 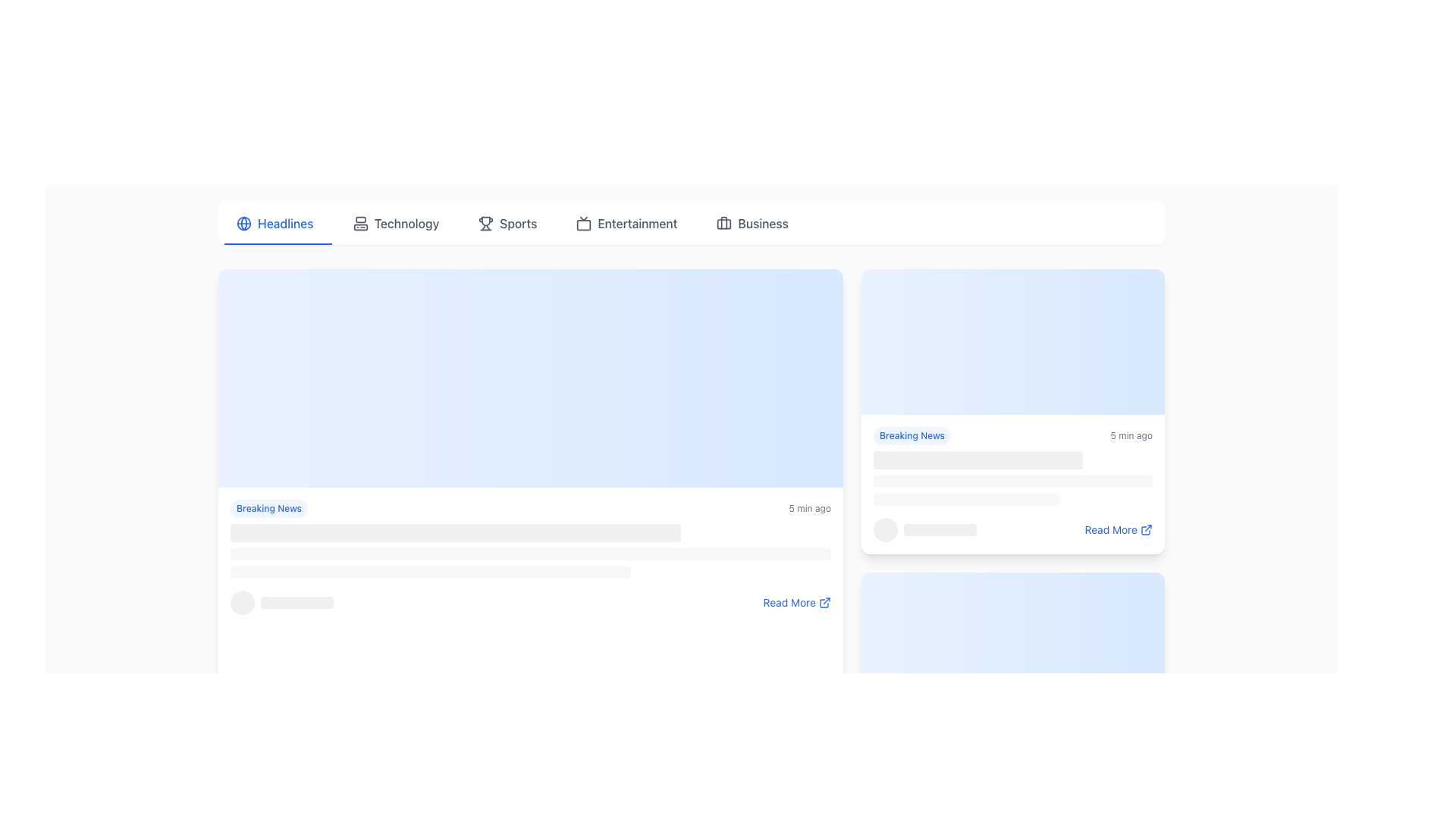 I want to click on the graphical placeholder located below the 'Breaking News' area, which indicates loading or reserves space for future content, so click(x=531, y=563).